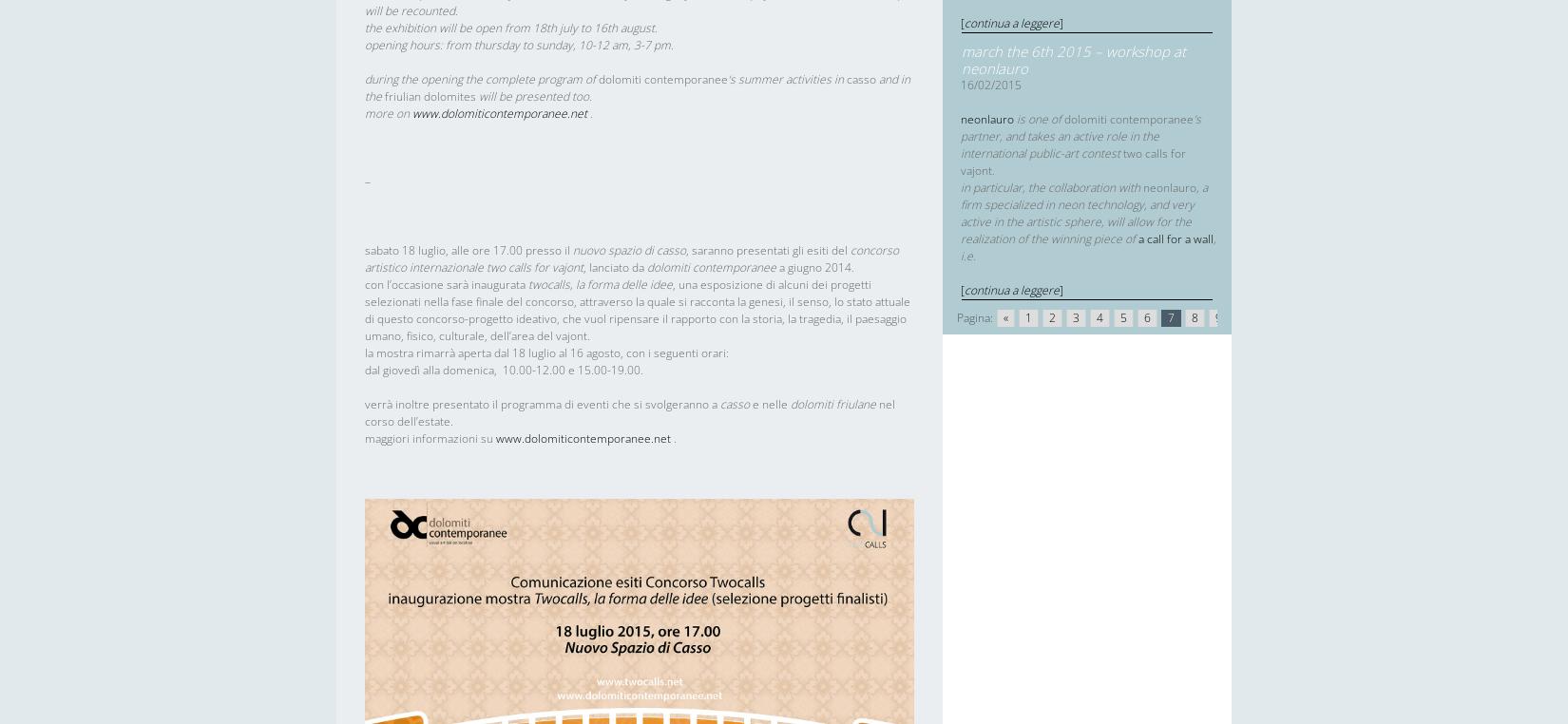 This screenshot has width=1568, height=724. I want to click on 'Verrà inoltre presentato il programma di eventi che si svolgeranno a', so click(542, 403).